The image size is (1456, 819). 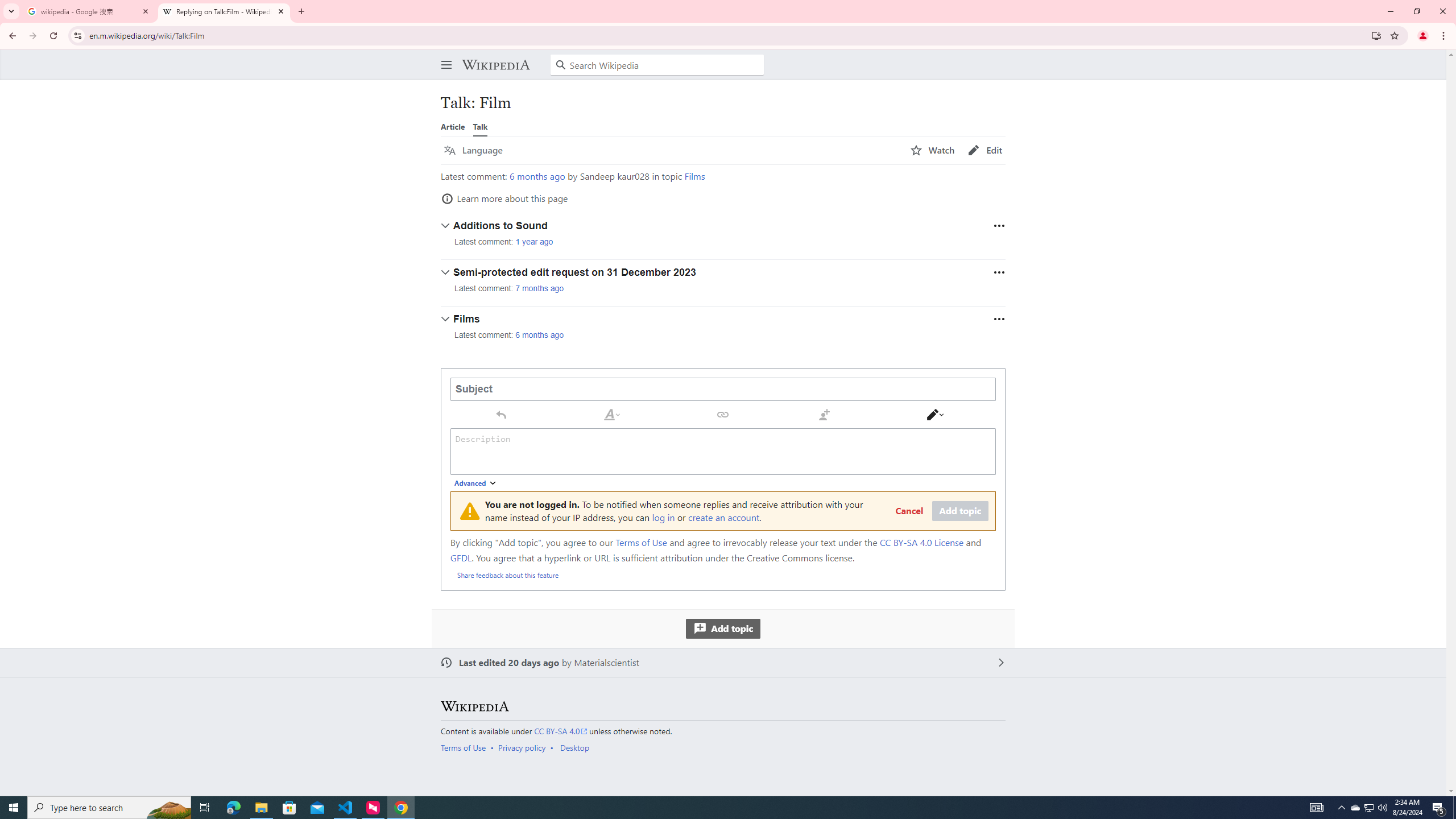 What do you see at coordinates (443, 55) in the screenshot?
I see `'AutomationID: main-menu-input'` at bounding box center [443, 55].